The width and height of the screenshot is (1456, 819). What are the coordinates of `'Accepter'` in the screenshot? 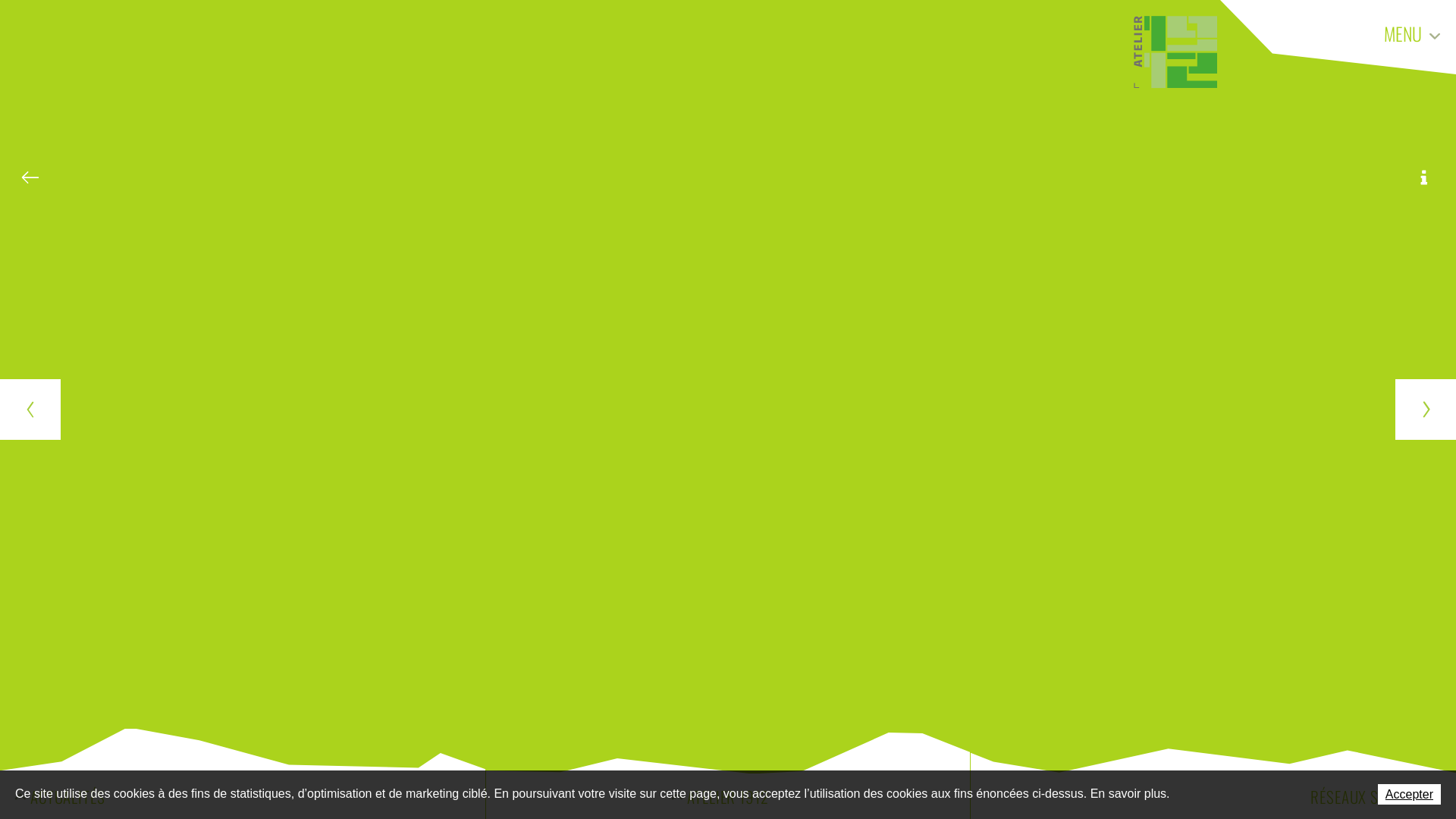 It's located at (1378, 793).